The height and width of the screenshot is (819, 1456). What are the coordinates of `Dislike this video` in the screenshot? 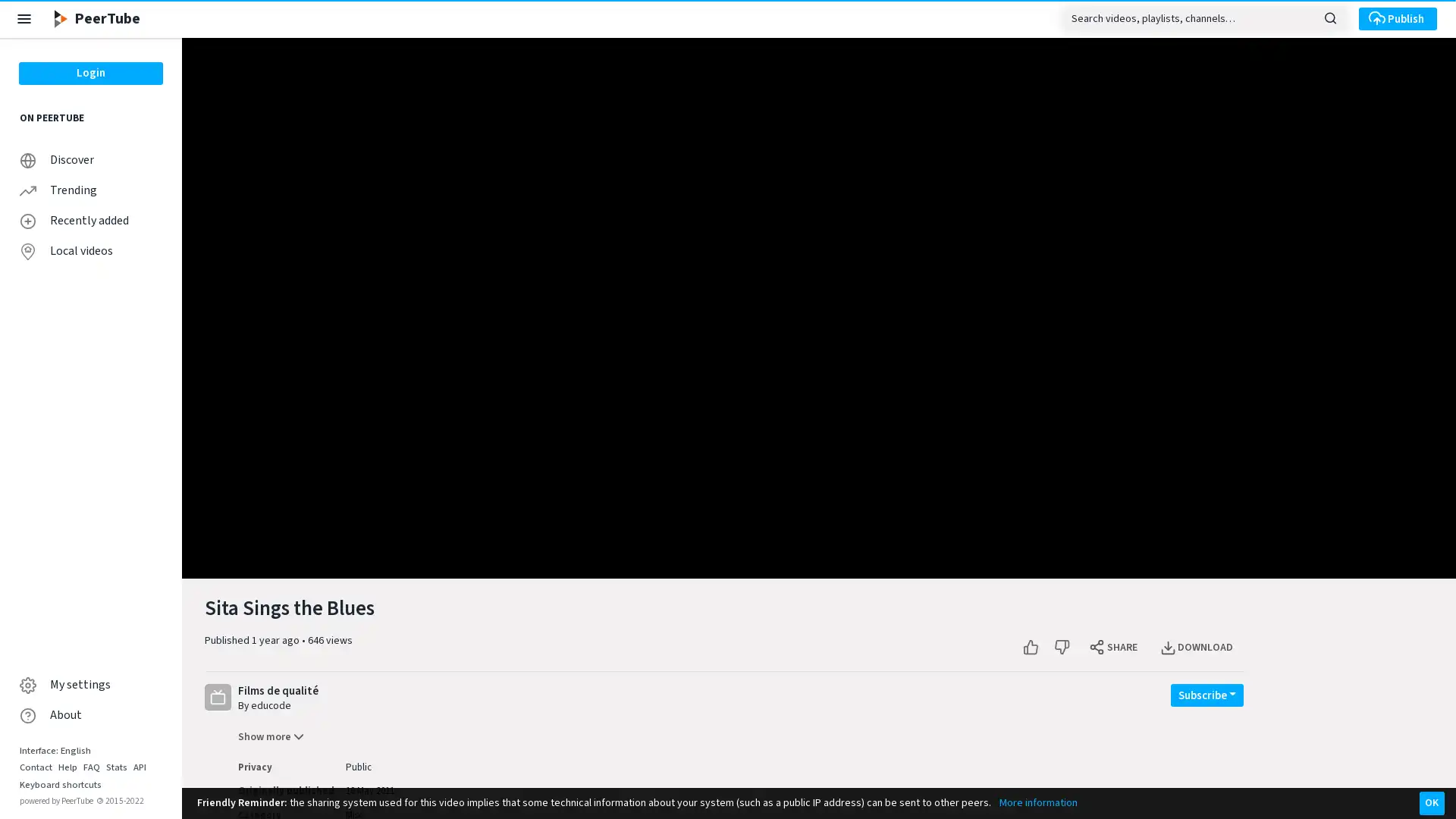 It's located at (1061, 647).